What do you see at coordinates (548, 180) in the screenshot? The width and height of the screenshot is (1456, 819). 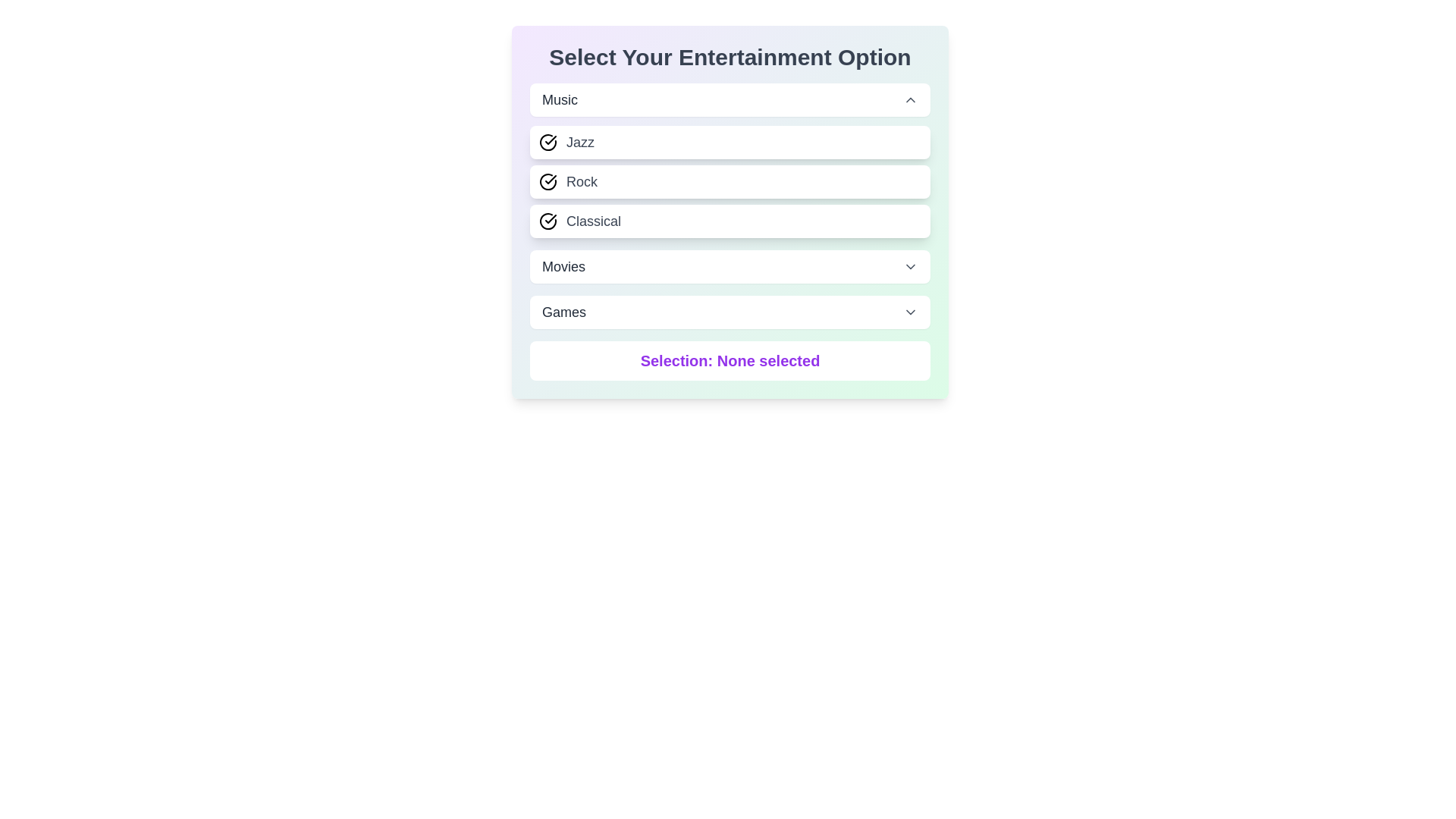 I see `the circular checkmark icon (checkmark indicator) located adjacent to the label 'Rock' in the selection row` at bounding box center [548, 180].